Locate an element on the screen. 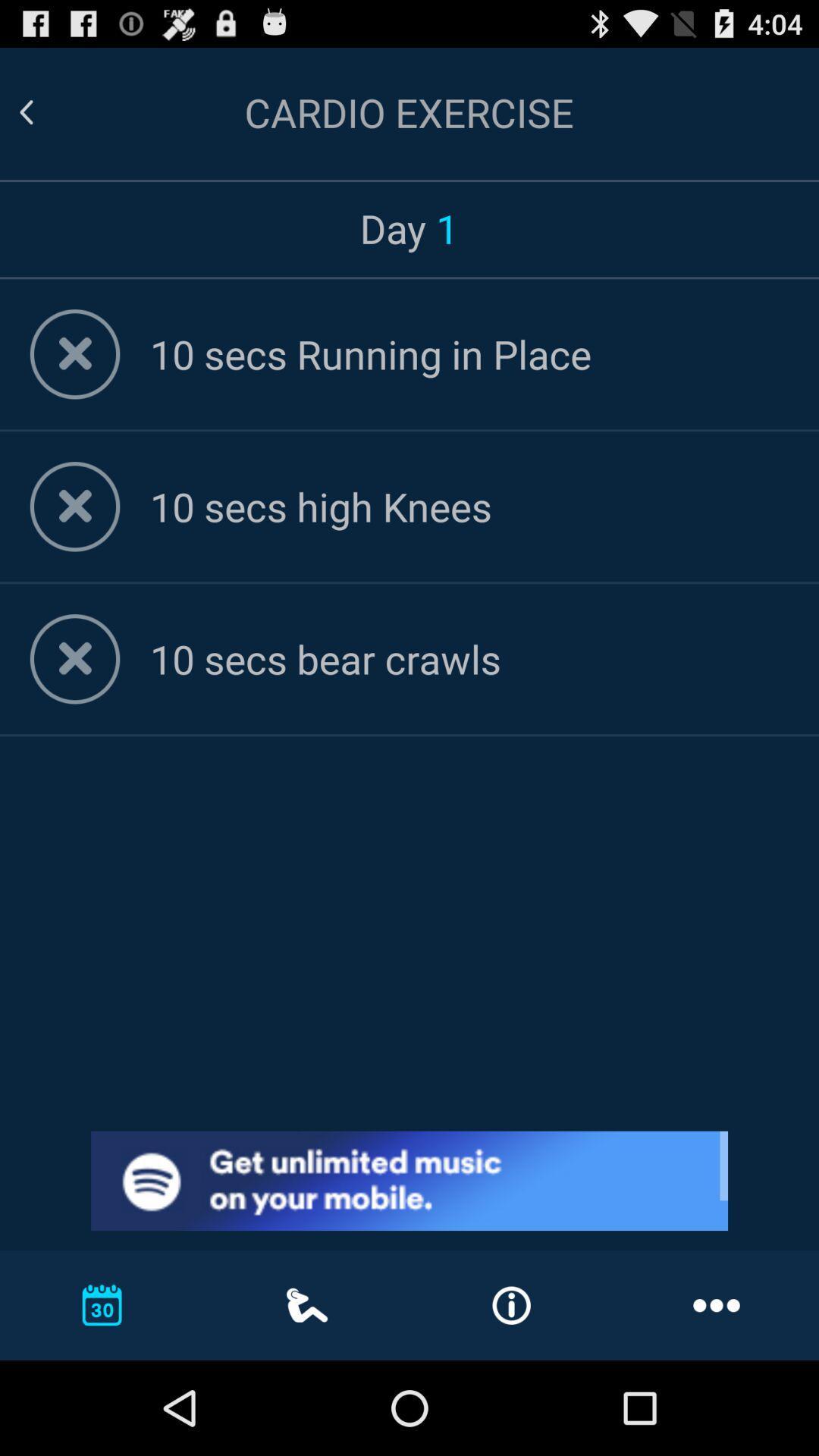 The height and width of the screenshot is (1456, 819). the icon which is in between calendar icon and info icon is located at coordinates (307, 1304).